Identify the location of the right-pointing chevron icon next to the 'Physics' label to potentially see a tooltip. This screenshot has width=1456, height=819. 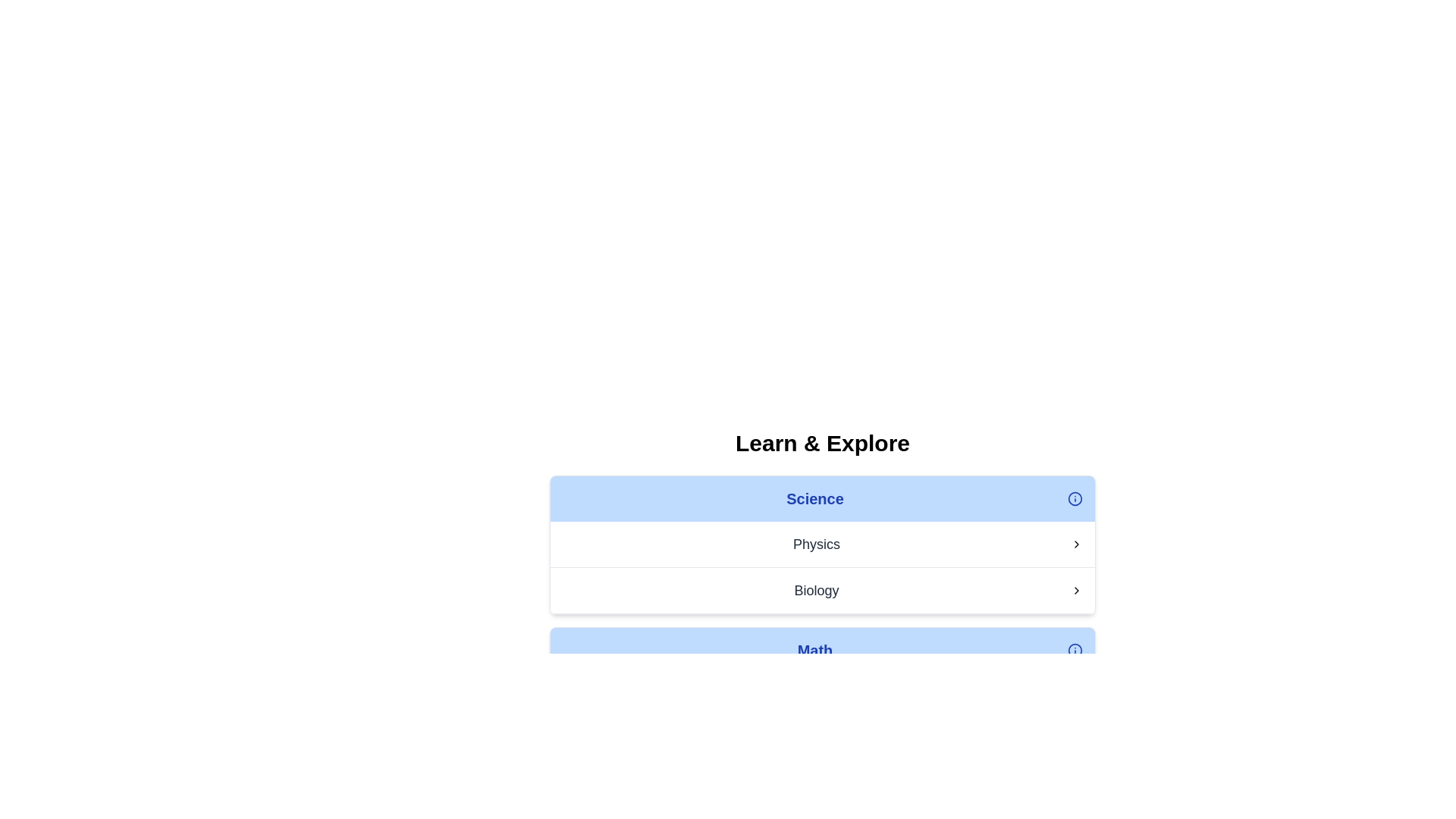
(1076, 543).